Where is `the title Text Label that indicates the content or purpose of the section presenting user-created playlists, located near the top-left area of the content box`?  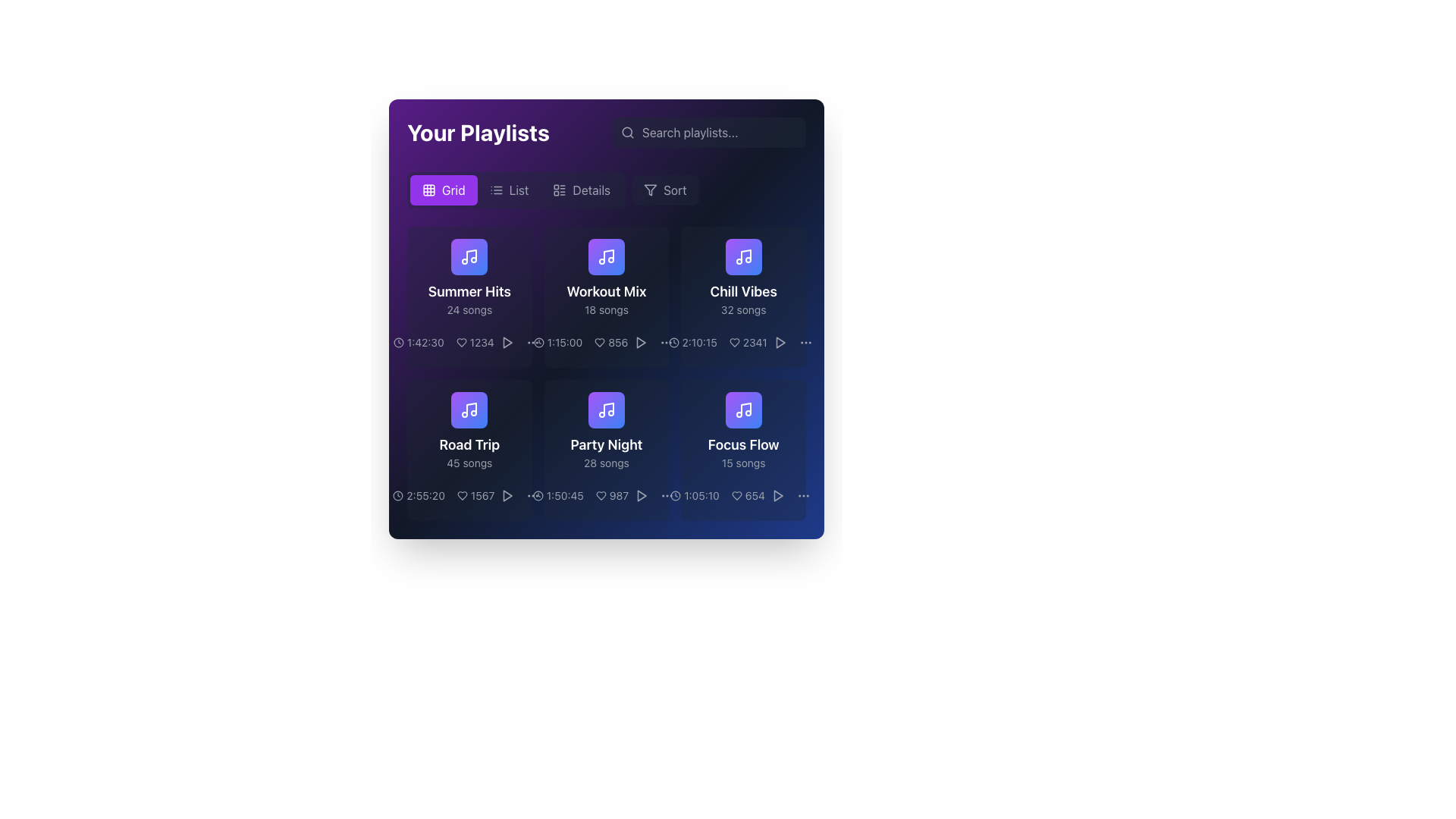
the title Text Label that indicates the content or purpose of the section presenting user-created playlists, located near the top-left area of the content box is located at coordinates (477, 131).